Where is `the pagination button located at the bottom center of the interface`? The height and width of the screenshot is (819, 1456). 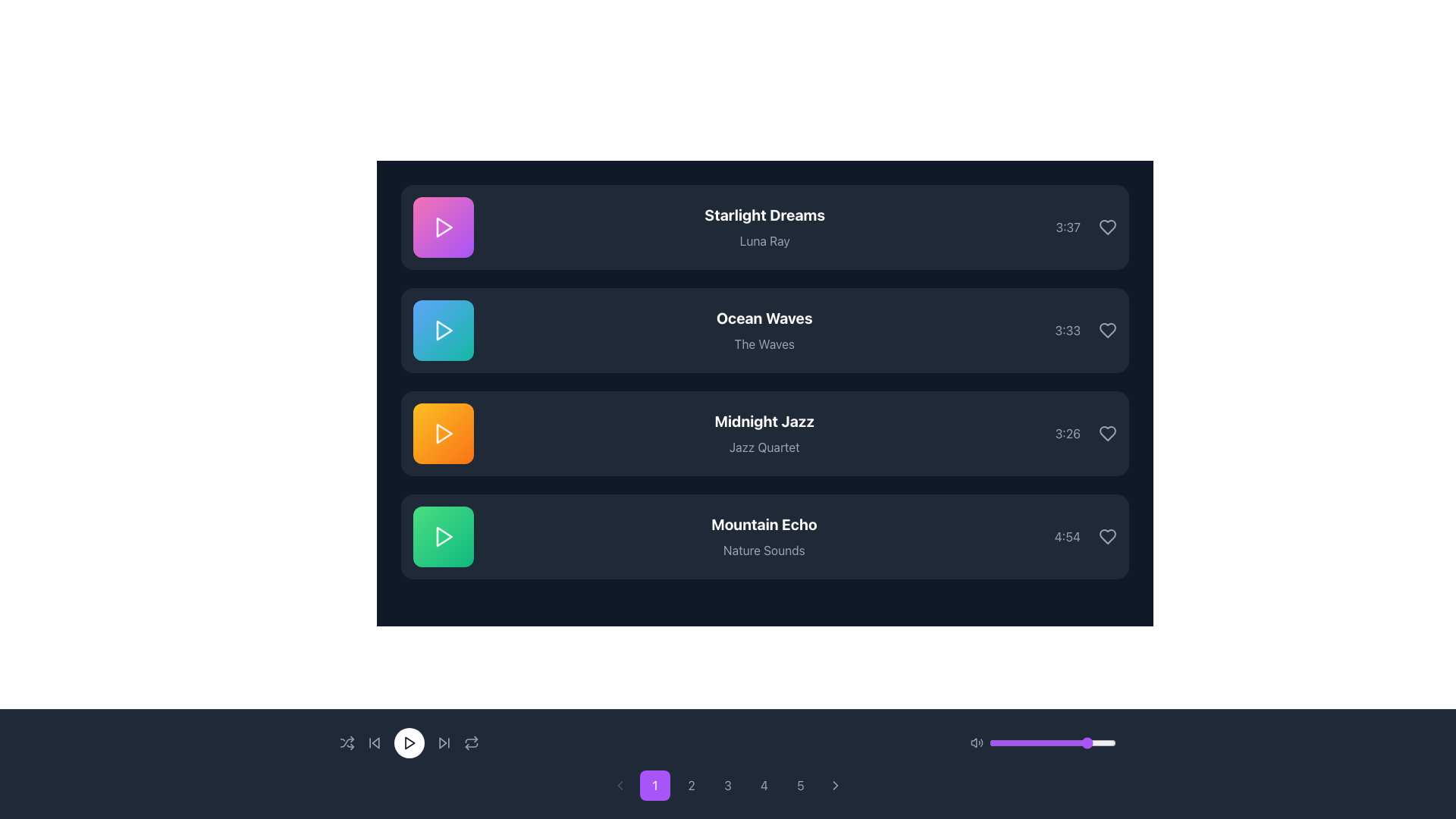
the pagination button located at the bottom center of the interface is located at coordinates (835, 785).